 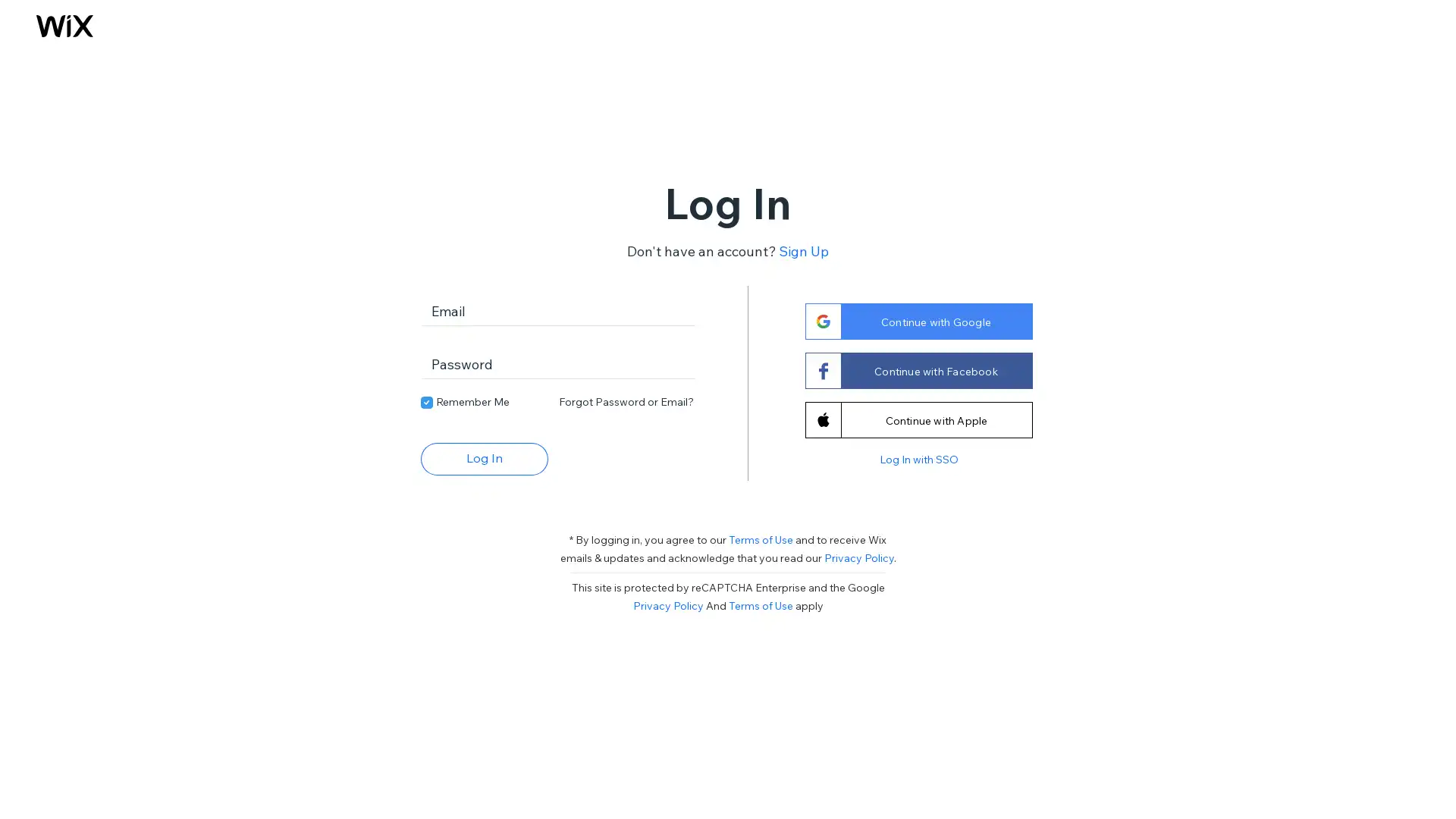 What do you see at coordinates (917, 320) in the screenshot?
I see `Continue with Google` at bounding box center [917, 320].